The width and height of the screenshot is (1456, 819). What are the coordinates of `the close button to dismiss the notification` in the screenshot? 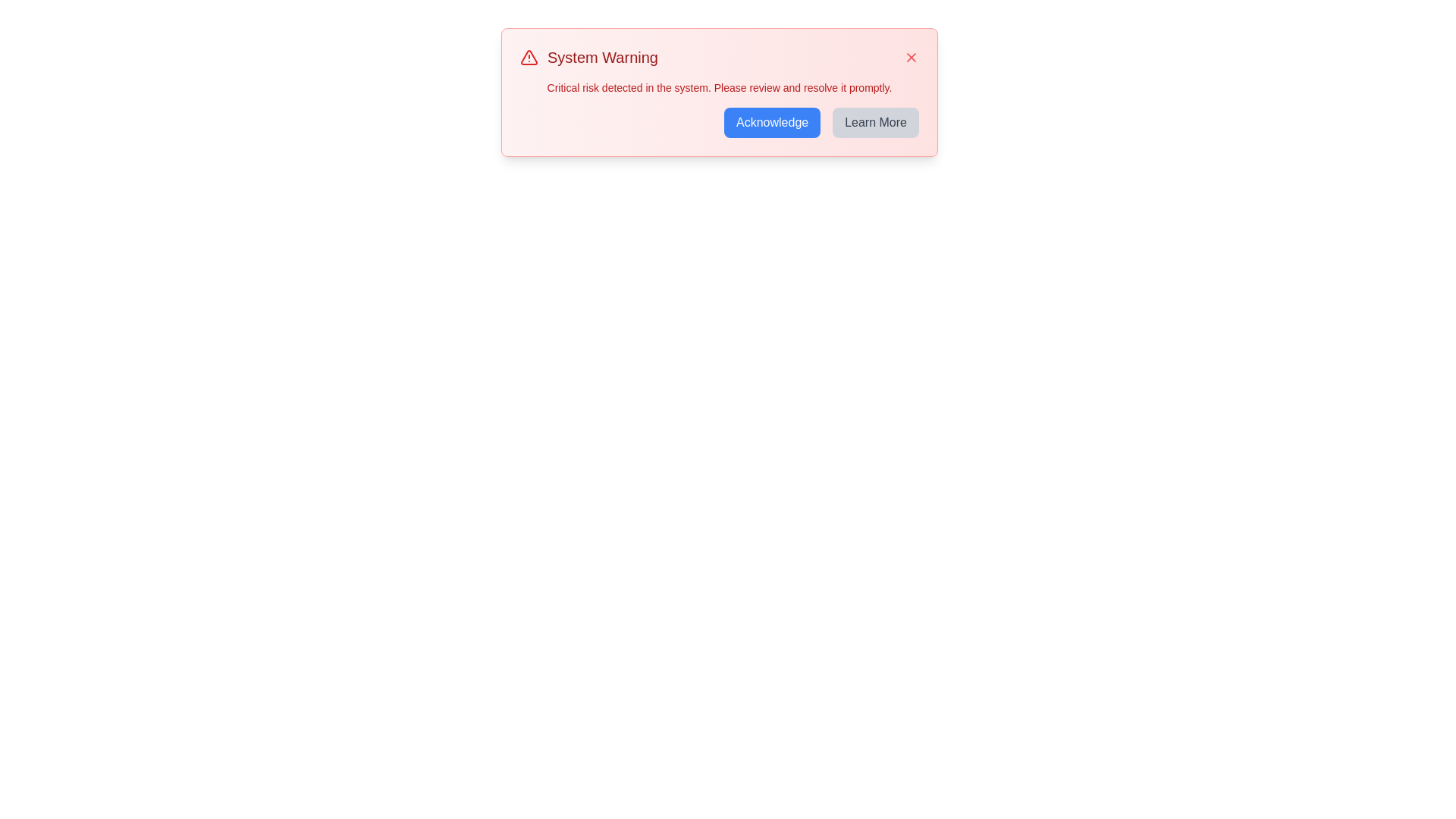 It's located at (910, 57).